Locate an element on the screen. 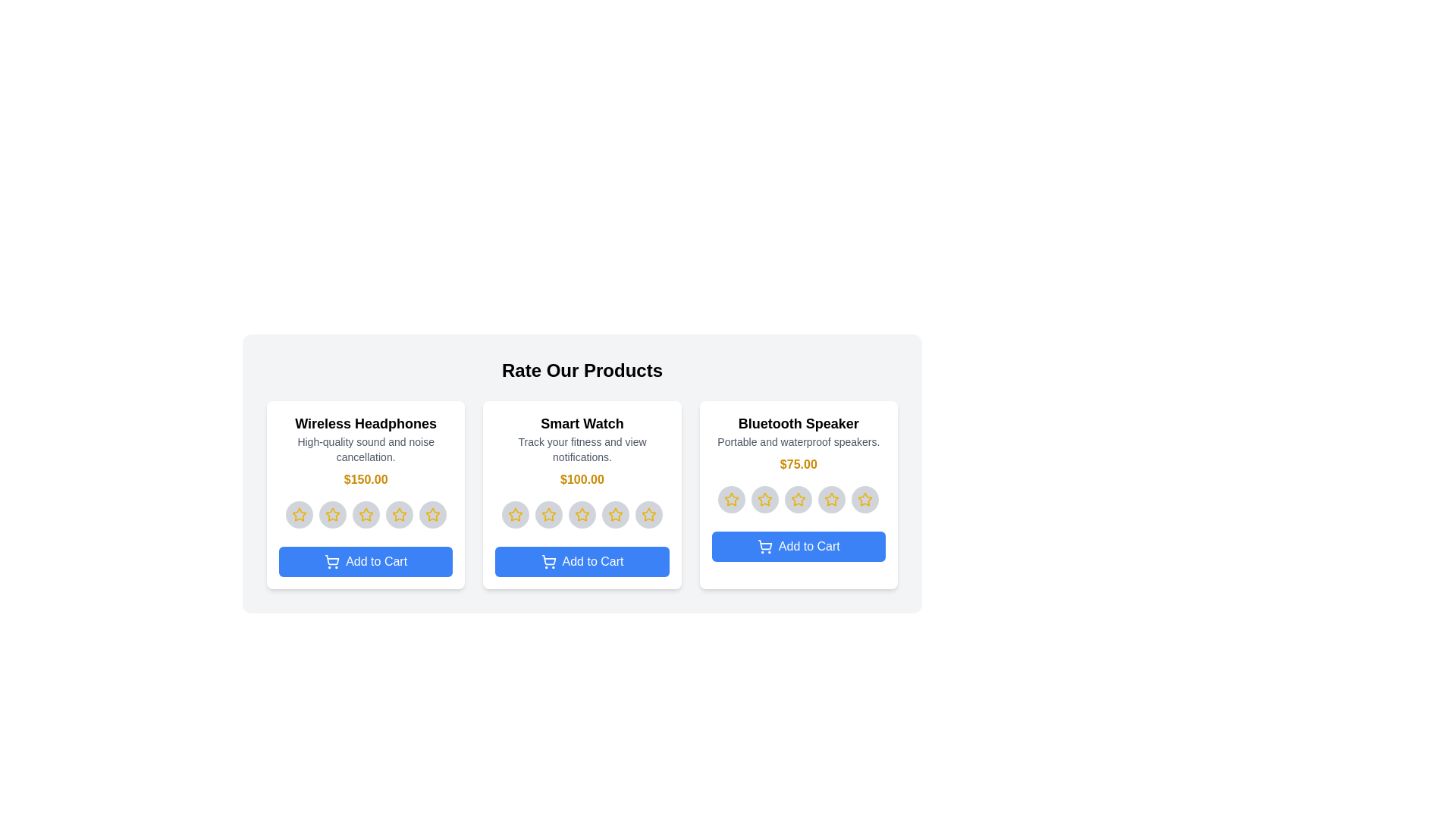 The height and width of the screenshot is (819, 1456). the star corresponding to 4 for the product 'Wireless Headphones' is located at coordinates (399, 513).